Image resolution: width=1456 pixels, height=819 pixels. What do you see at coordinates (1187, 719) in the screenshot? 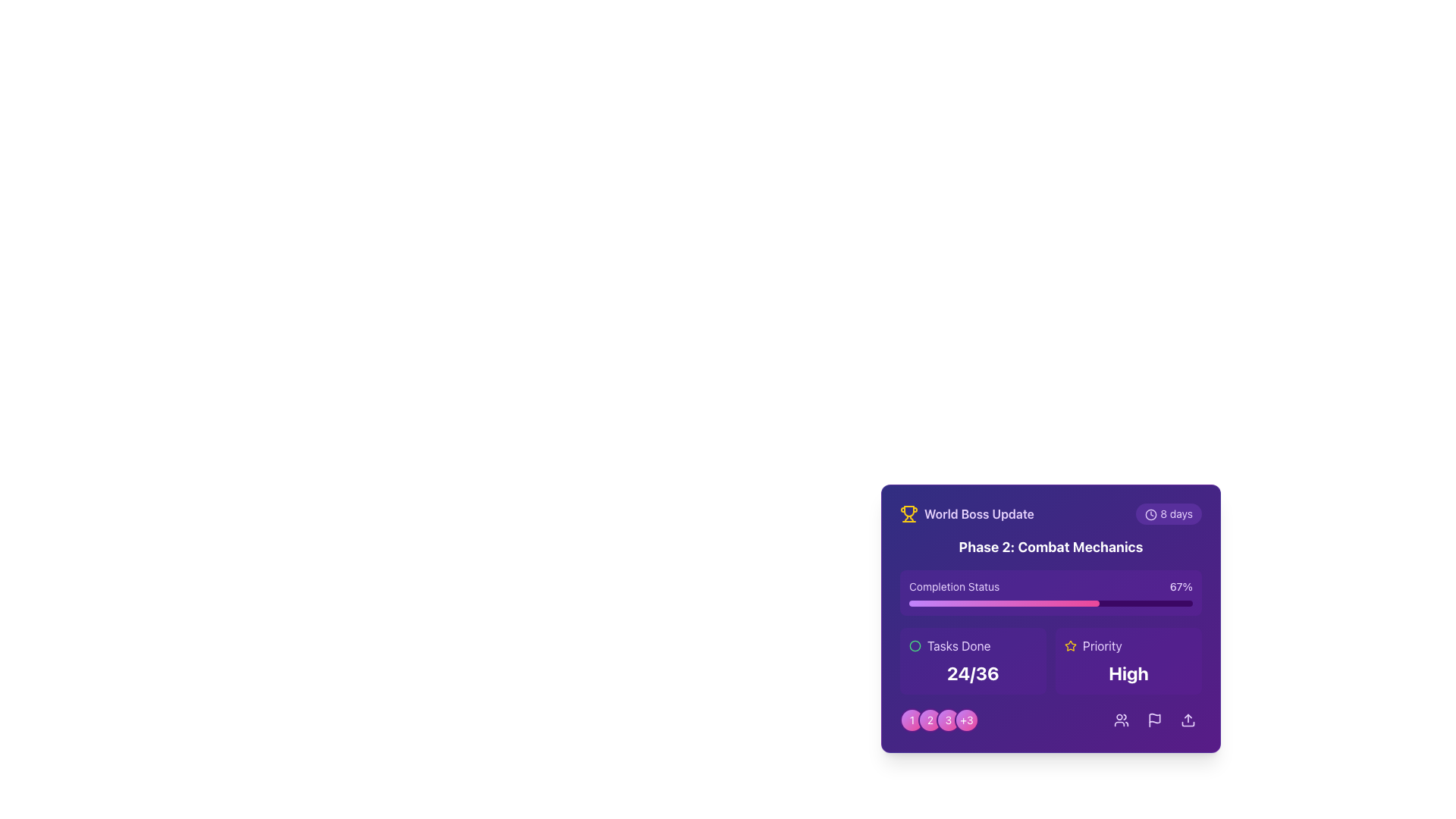
I see `the upward arrow icon button, which is a minimalistic design in a purple shade` at bounding box center [1187, 719].